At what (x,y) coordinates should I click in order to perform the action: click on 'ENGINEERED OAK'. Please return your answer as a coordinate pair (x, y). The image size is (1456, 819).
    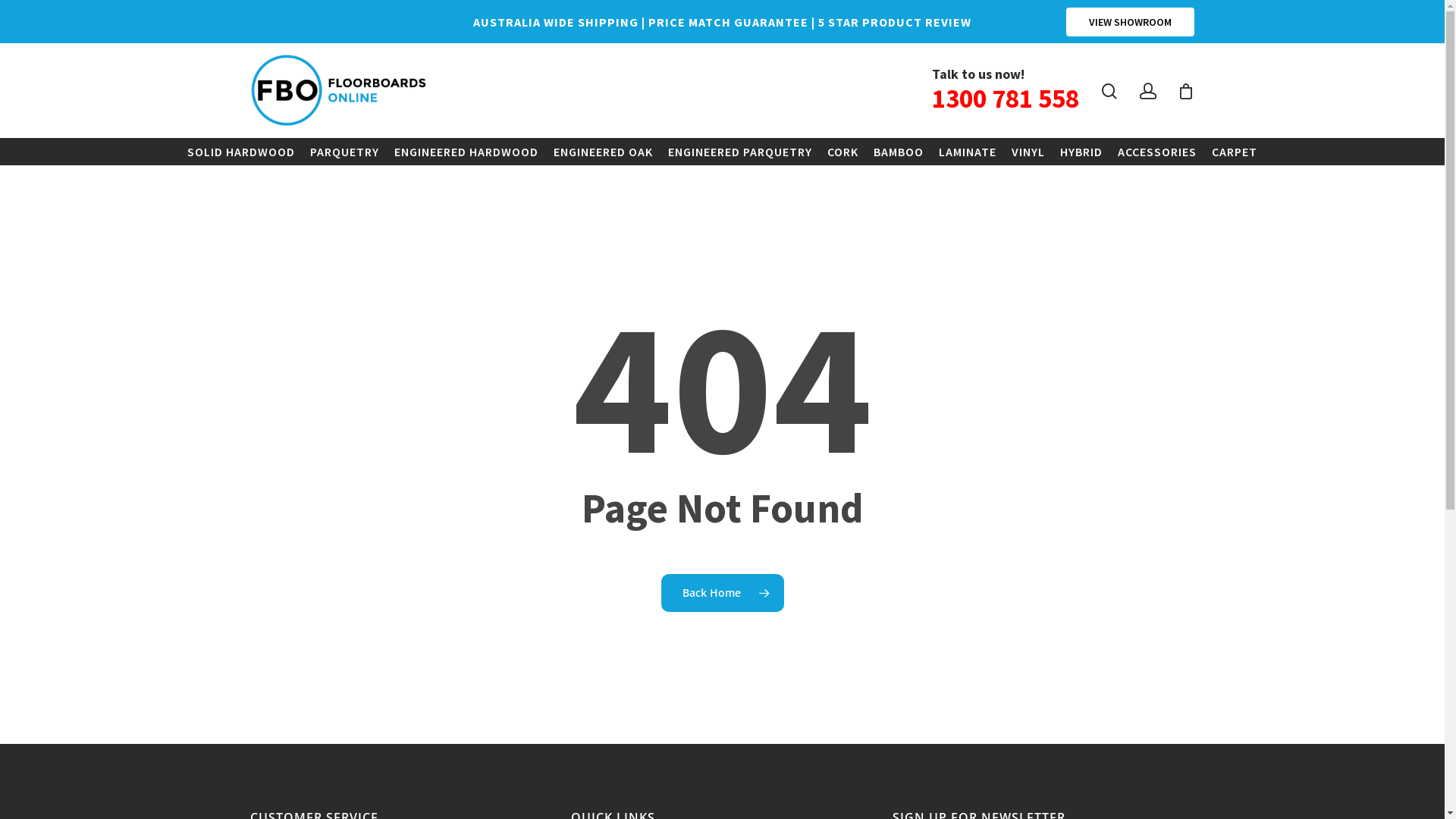
    Looking at the image, I should click on (602, 152).